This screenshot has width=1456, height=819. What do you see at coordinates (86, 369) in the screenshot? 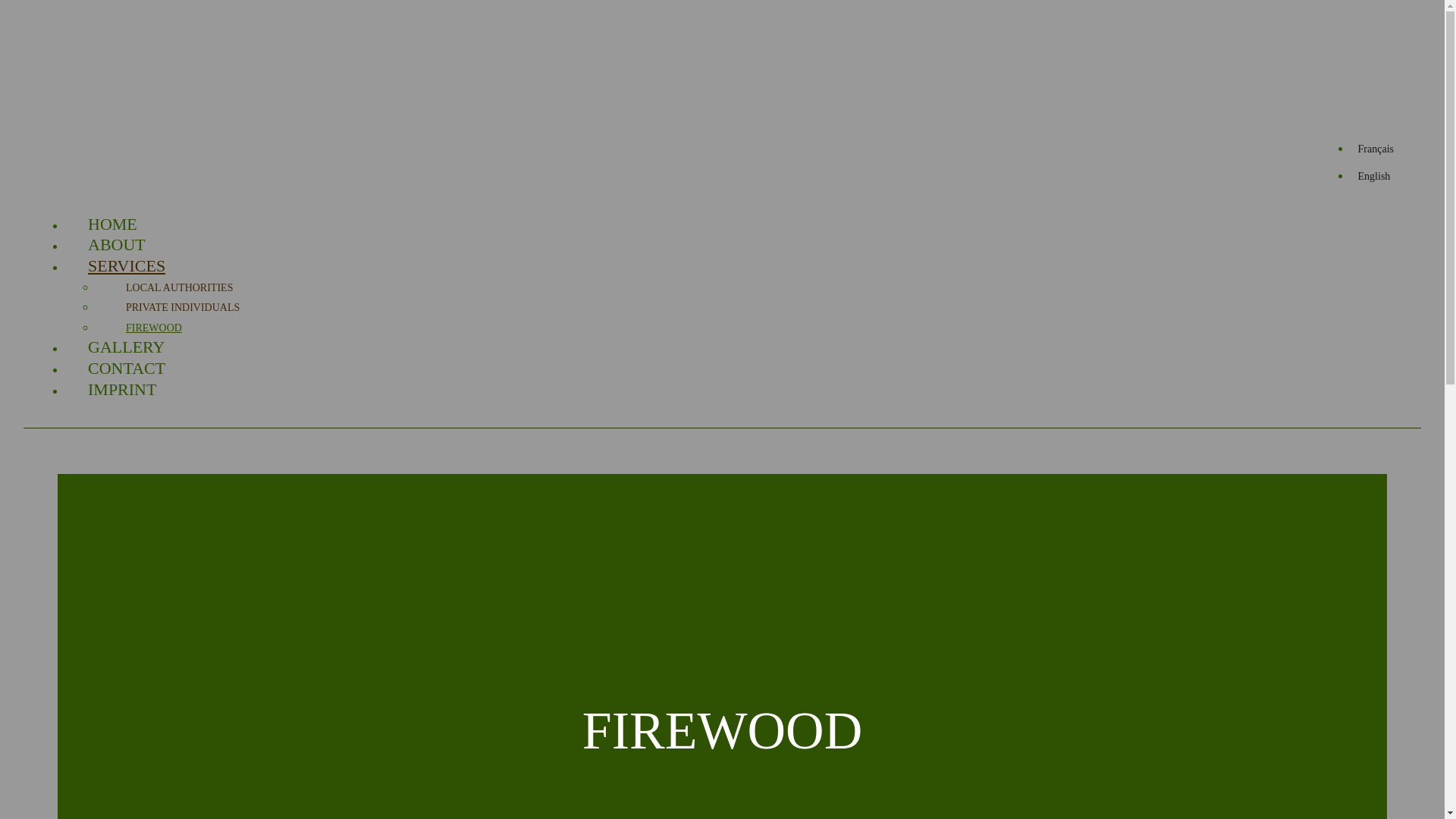
I see `'CONTACT'` at bounding box center [86, 369].